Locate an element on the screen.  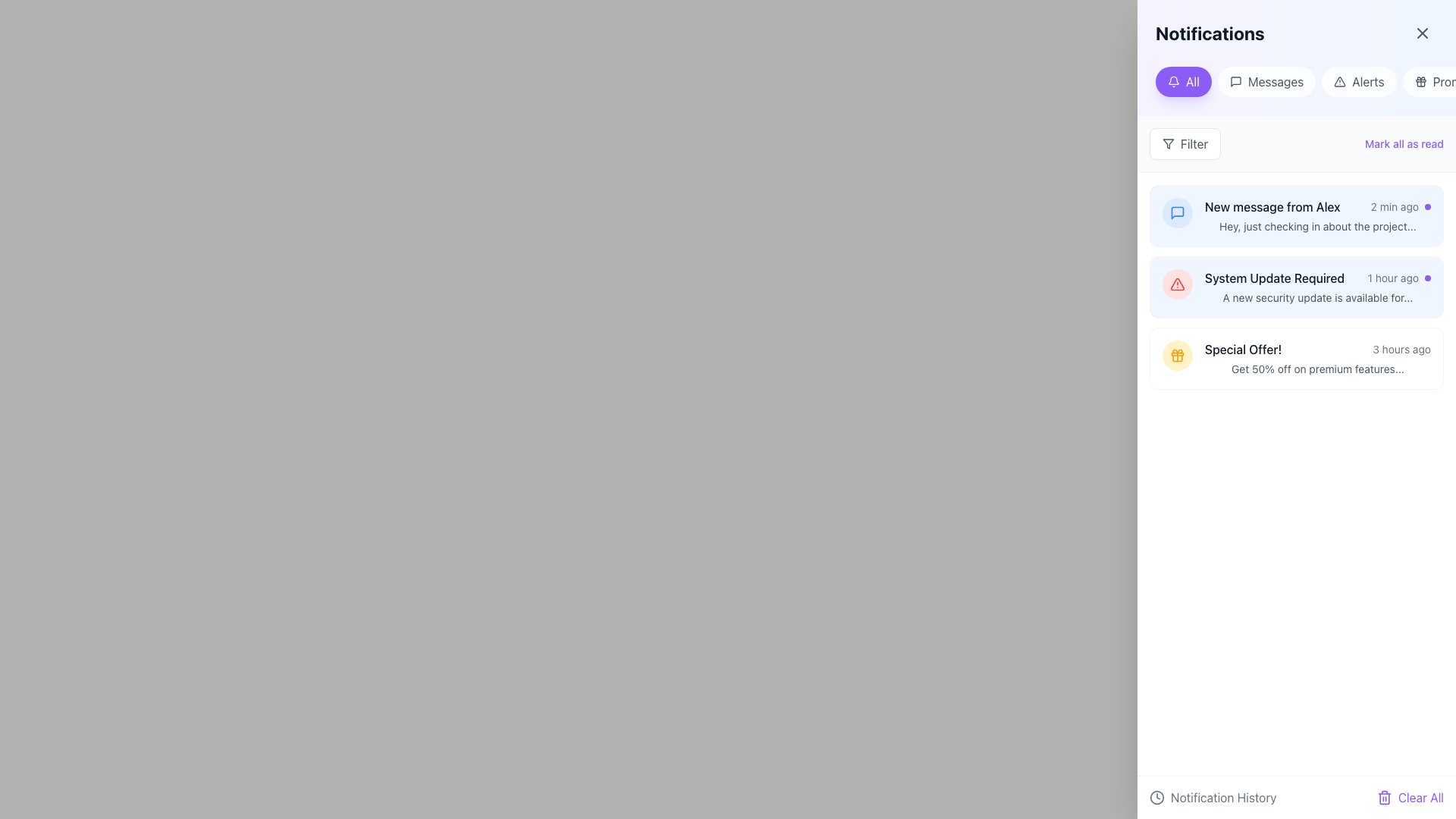
the notification labeled 'Special Offer!' with a gift box icon to quickly mark it as read is located at coordinates (1316, 359).